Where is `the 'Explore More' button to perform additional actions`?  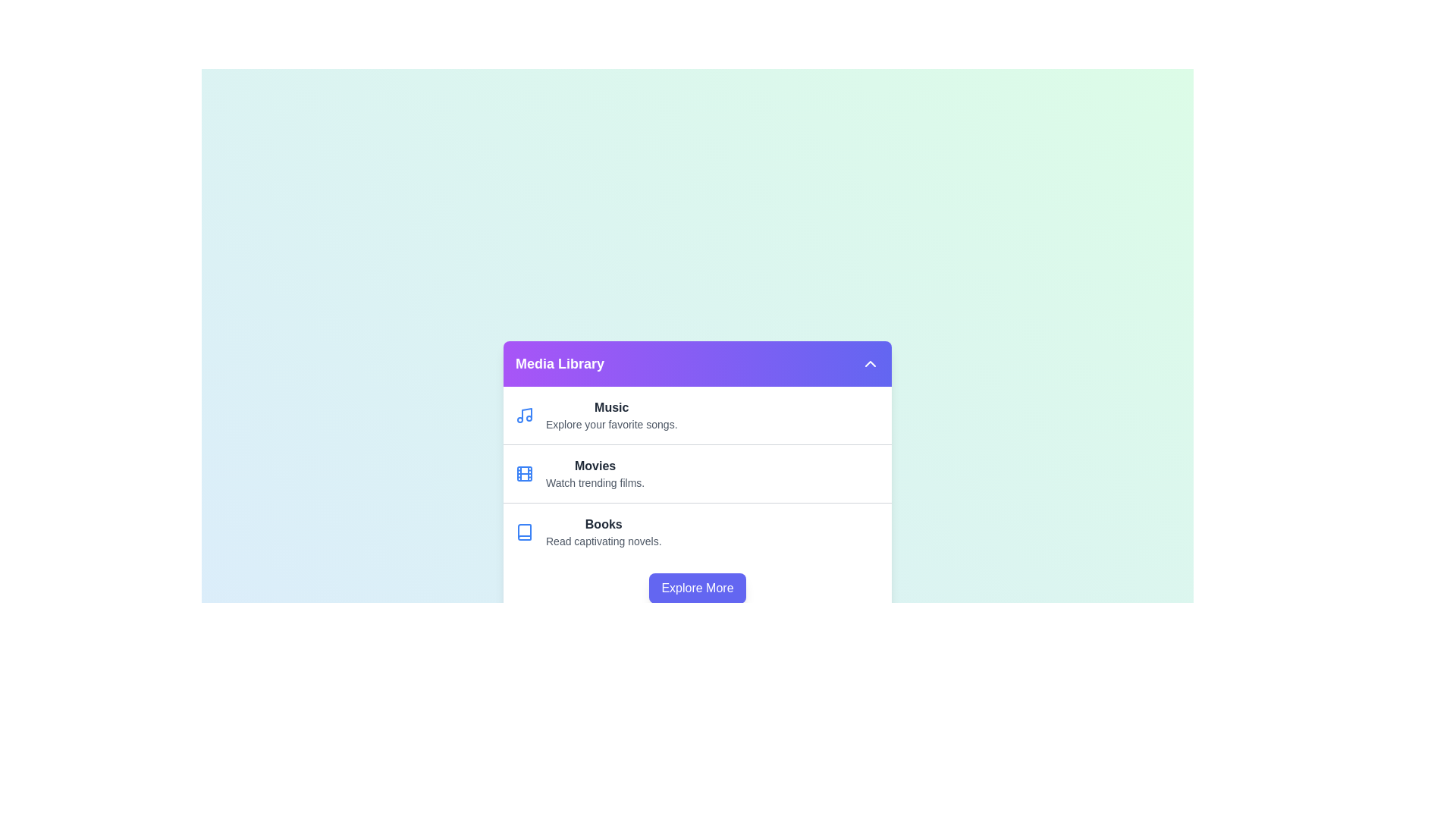 the 'Explore More' button to perform additional actions is located at coordinates (697, 587).